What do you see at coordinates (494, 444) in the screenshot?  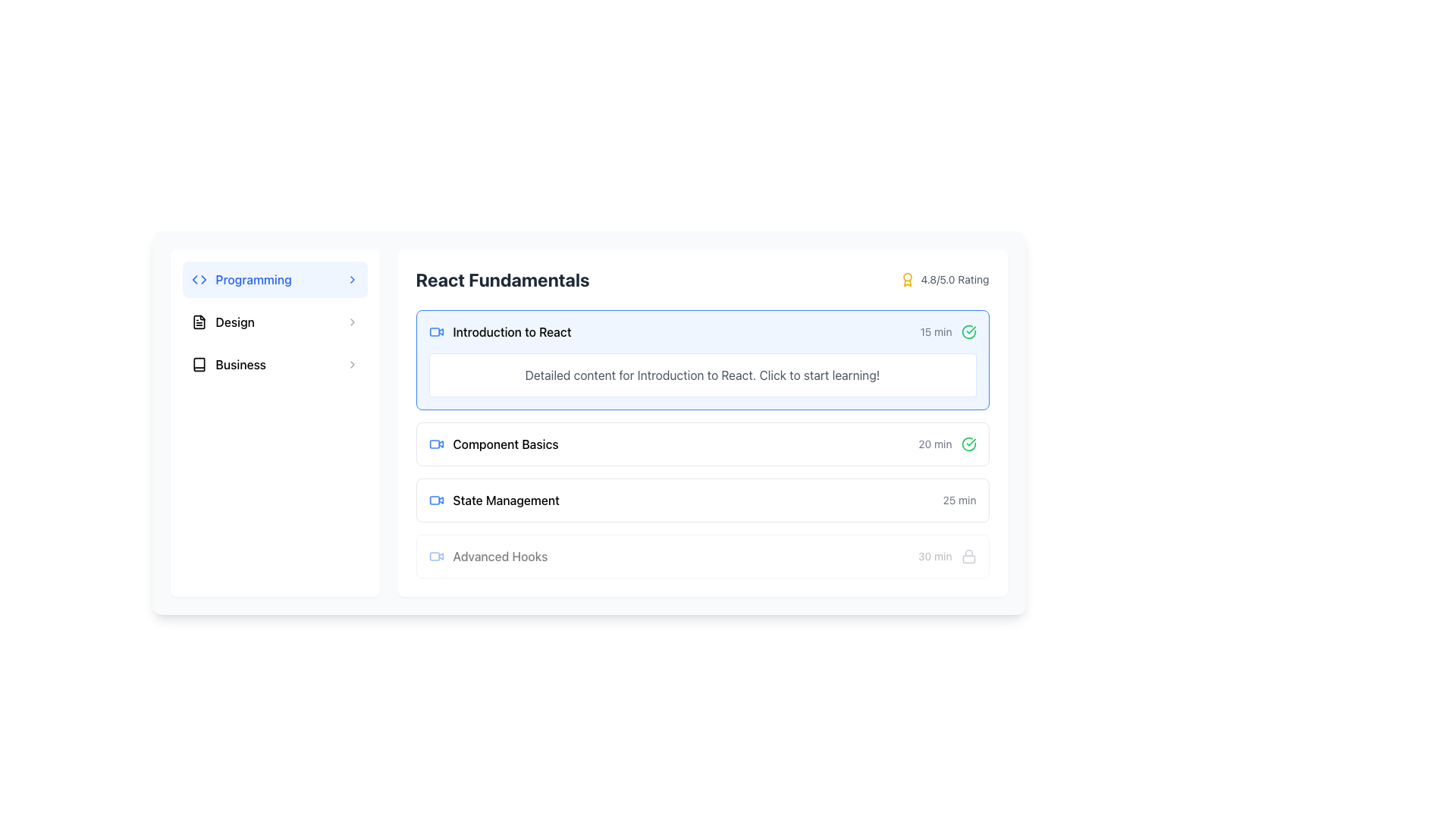 I see `the 'Component Basics' list item which has a blue video icon` at bounding box center [494, 444].